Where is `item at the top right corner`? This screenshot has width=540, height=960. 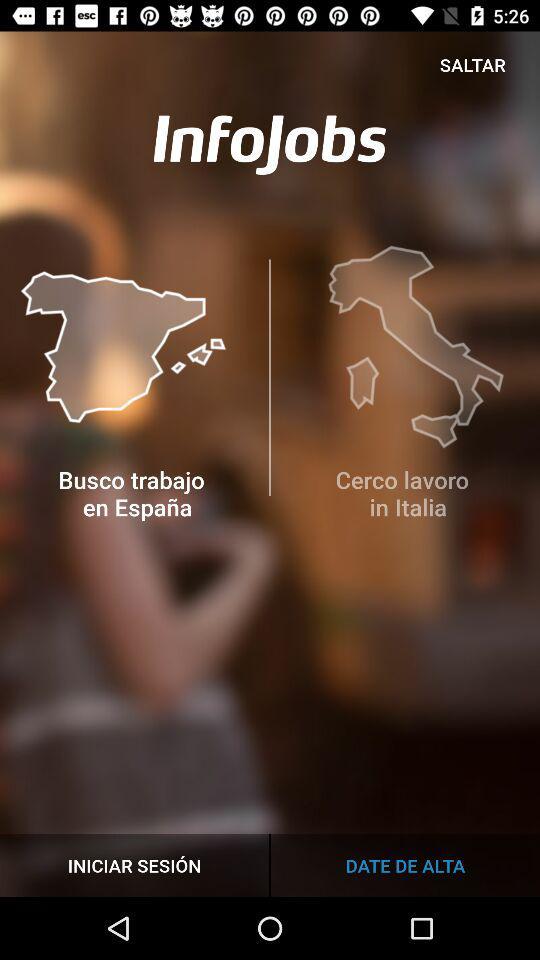 item at the top right corner is located at coordinates (472, 64).